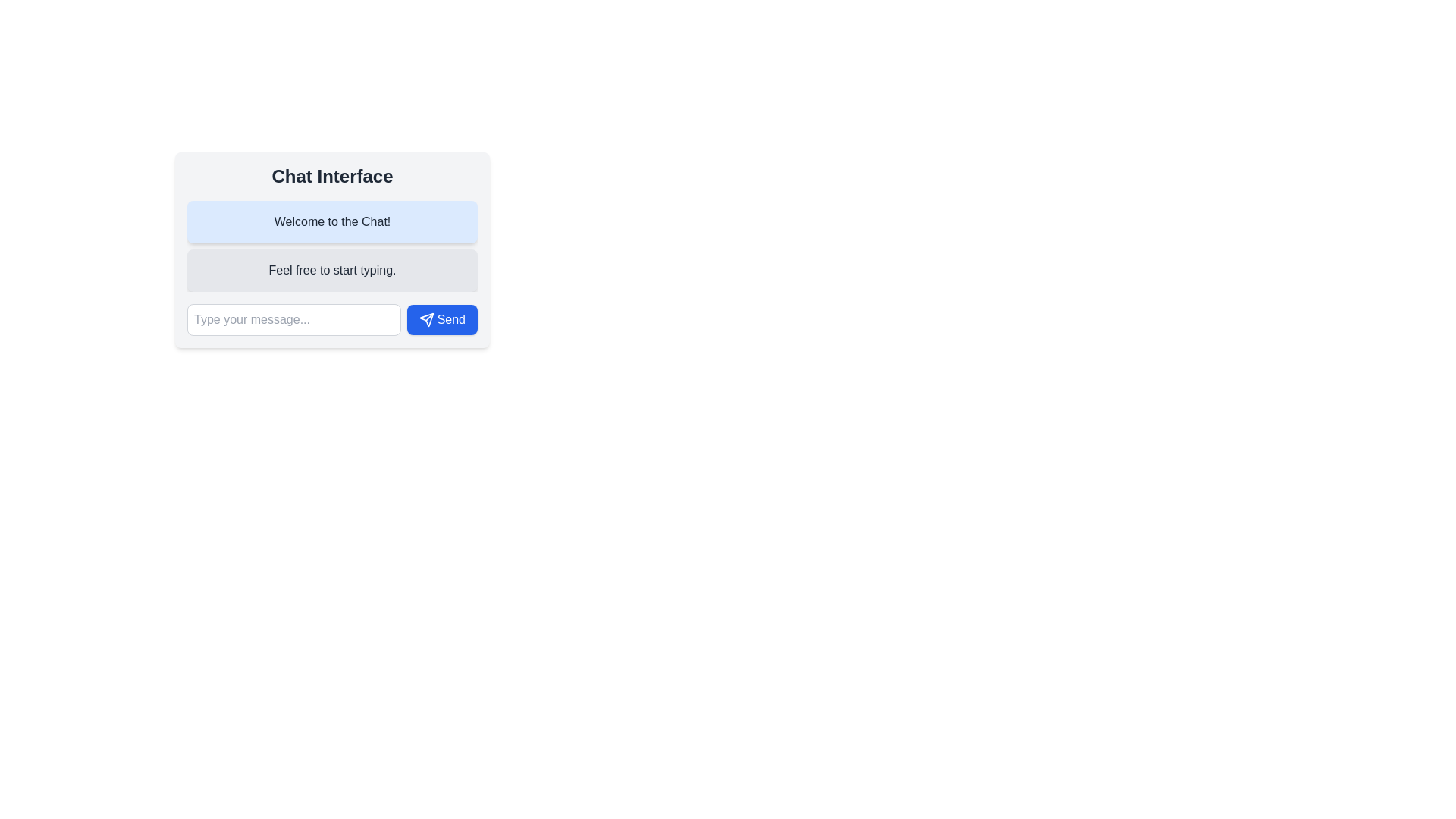 The image size is (1456, 819). I want to click on the blue 'Send' button with rounded corners to observe the hover effect that lightens its background color, so click(441, 318).